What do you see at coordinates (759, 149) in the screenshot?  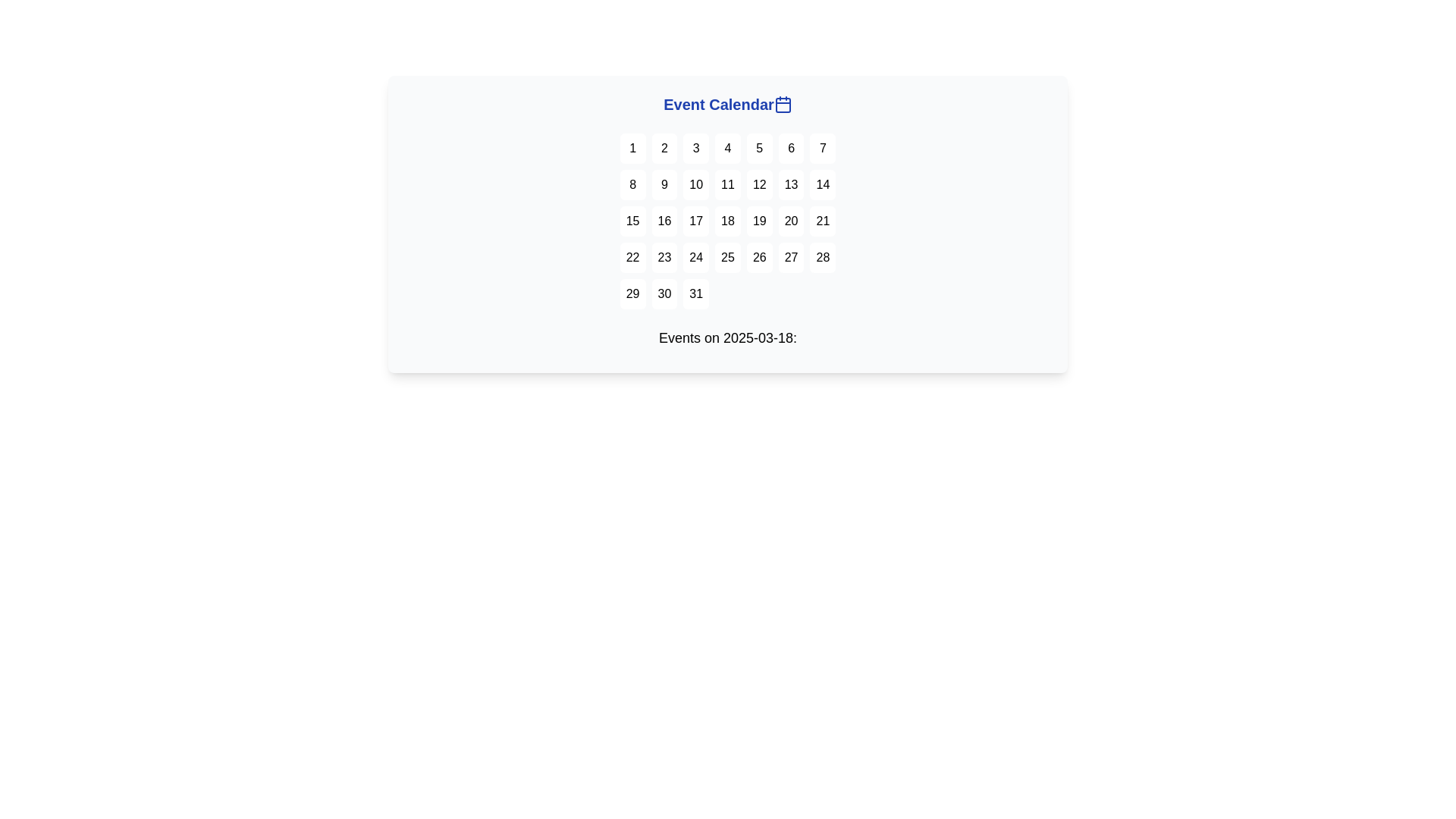 I see `the button displaying the number '5' in the calendar grid` at bounding box center [759, 149].